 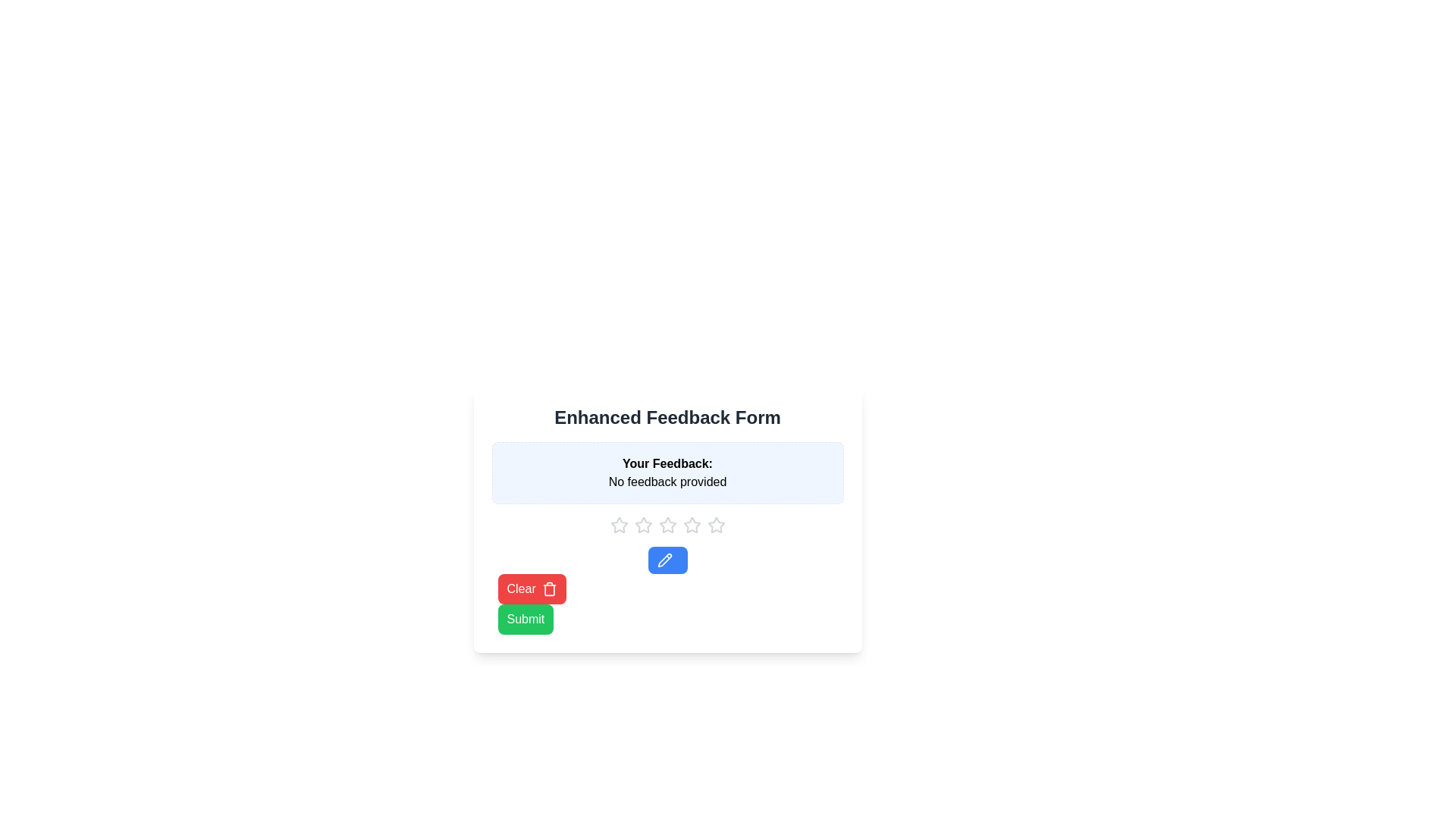 I want to click on the third star icon with a hollow outline, styled in gray, located below the 'Your Feedback: No feedback provided' text area, so click(x=667, y=524).